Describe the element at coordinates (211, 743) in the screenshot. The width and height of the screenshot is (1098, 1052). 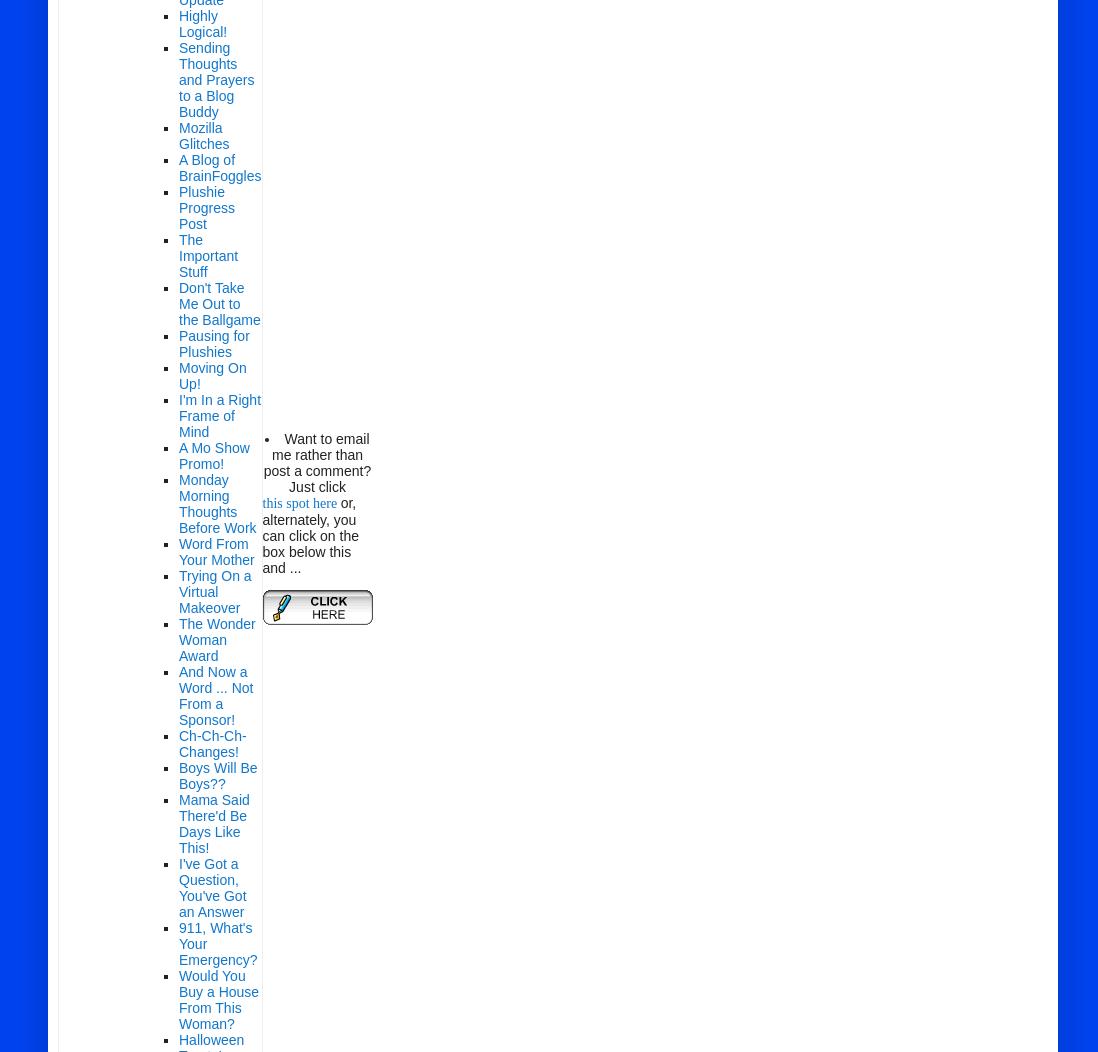
I see `'Ch-Ch-Ch-Changes!'` at that location.